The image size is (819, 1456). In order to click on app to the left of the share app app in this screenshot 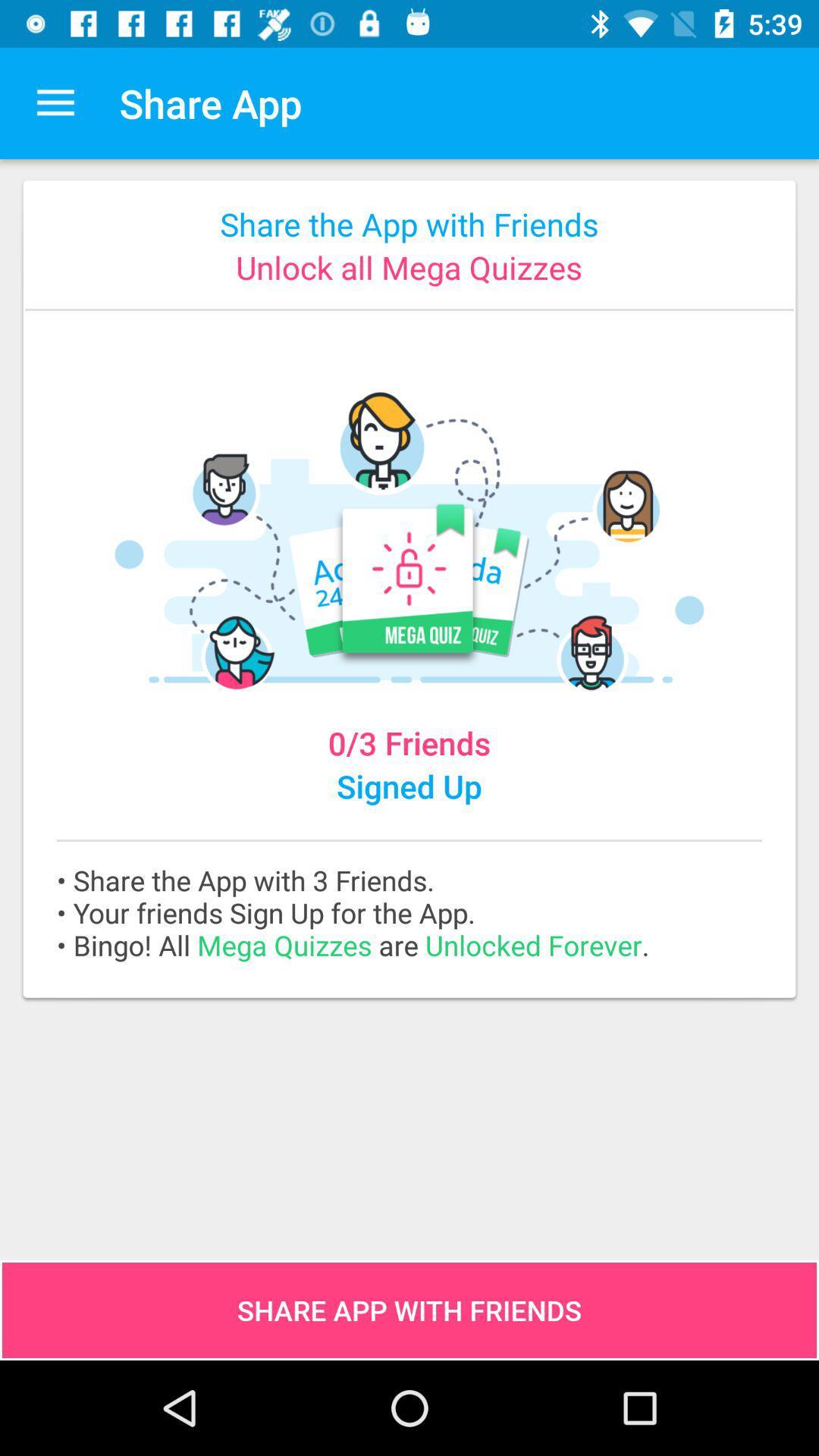, I will do `click(55, 102)`.